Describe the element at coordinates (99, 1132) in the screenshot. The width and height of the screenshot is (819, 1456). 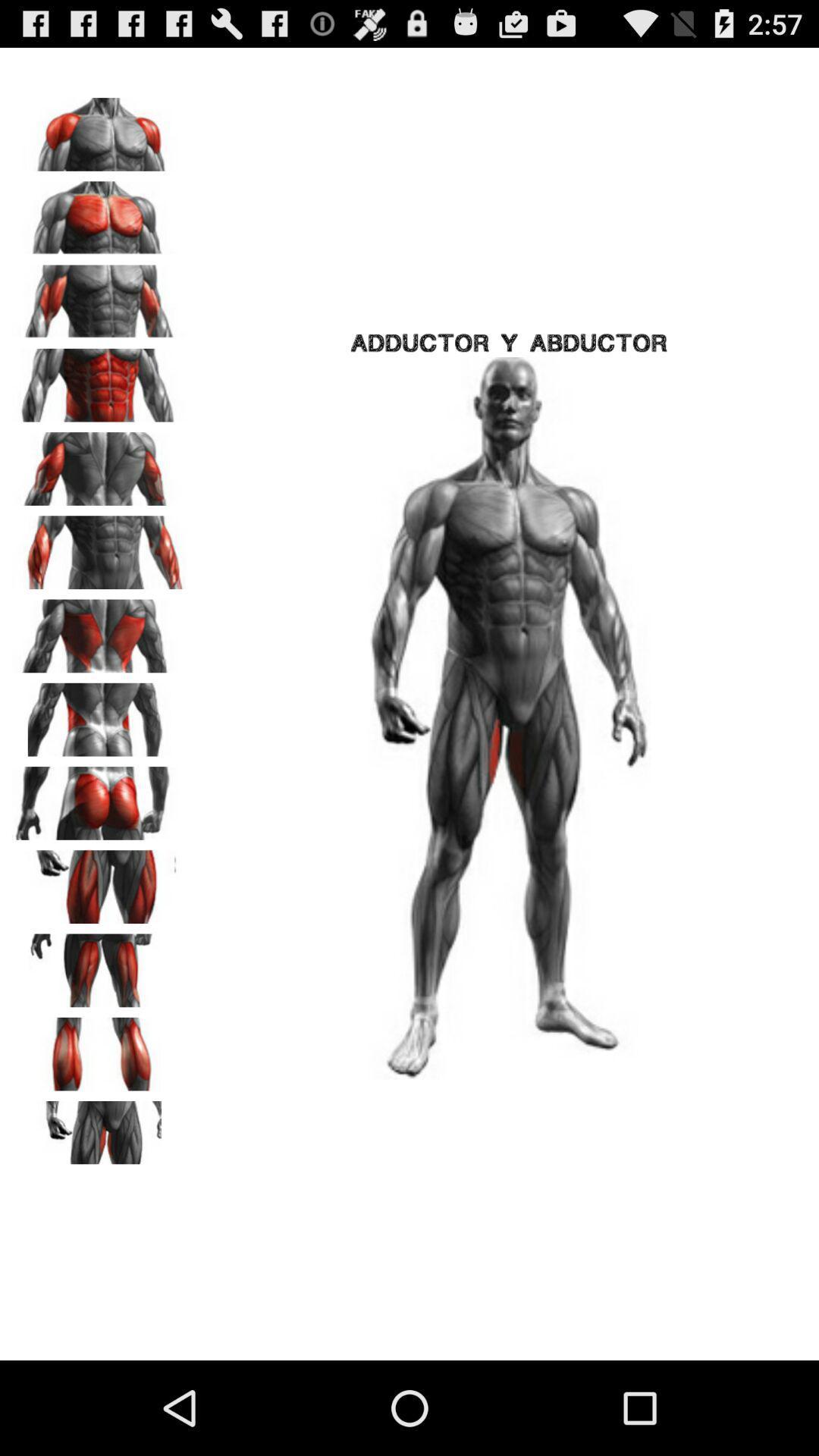
I see `gym bodybuilding` at that location.